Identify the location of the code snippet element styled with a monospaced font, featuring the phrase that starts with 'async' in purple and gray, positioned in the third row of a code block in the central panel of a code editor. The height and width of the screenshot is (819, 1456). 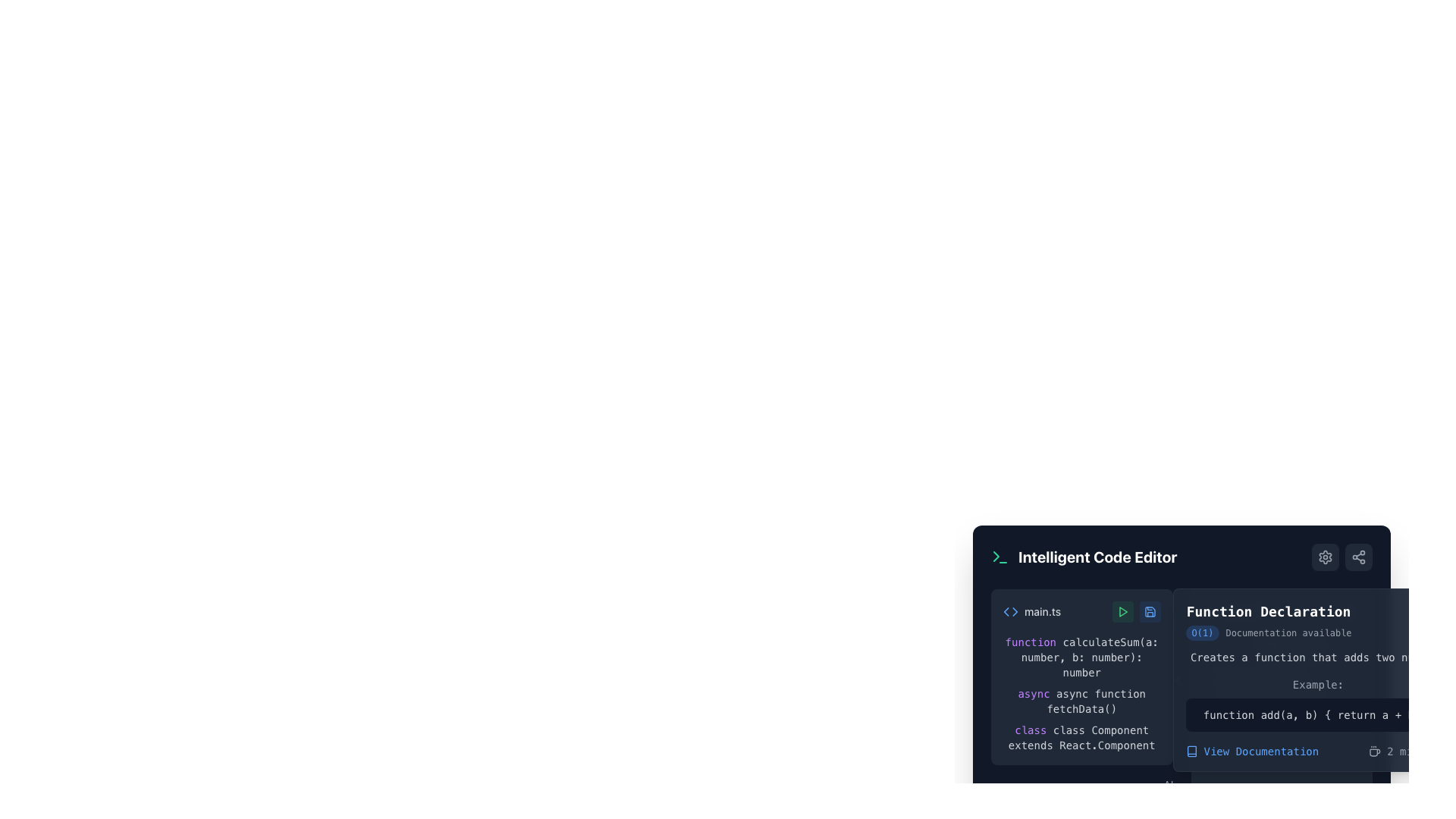
(1081, 701).